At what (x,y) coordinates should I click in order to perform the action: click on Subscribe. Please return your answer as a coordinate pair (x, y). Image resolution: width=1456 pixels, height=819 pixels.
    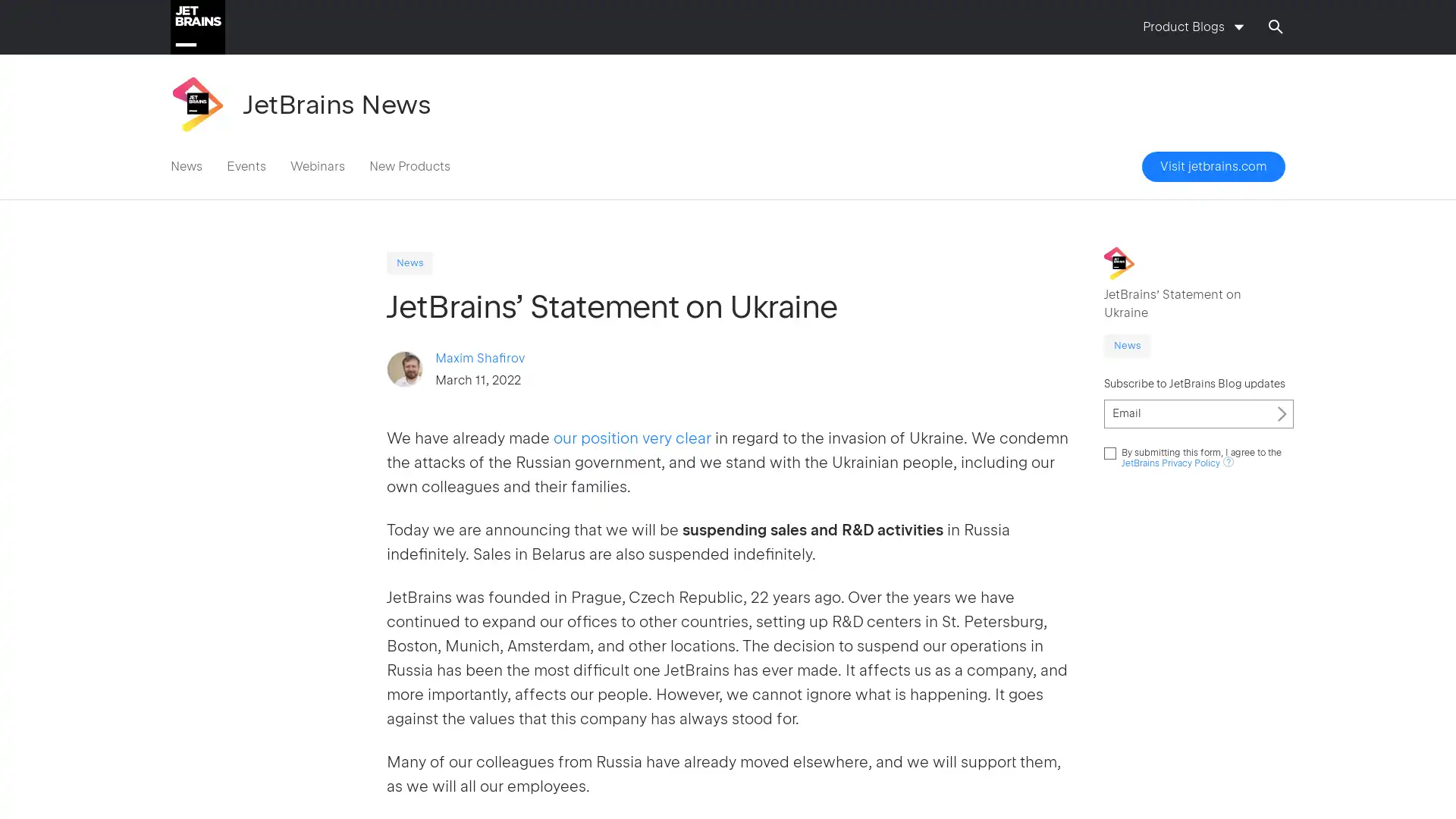
    Looking at the image, I should click on (1281, 413).